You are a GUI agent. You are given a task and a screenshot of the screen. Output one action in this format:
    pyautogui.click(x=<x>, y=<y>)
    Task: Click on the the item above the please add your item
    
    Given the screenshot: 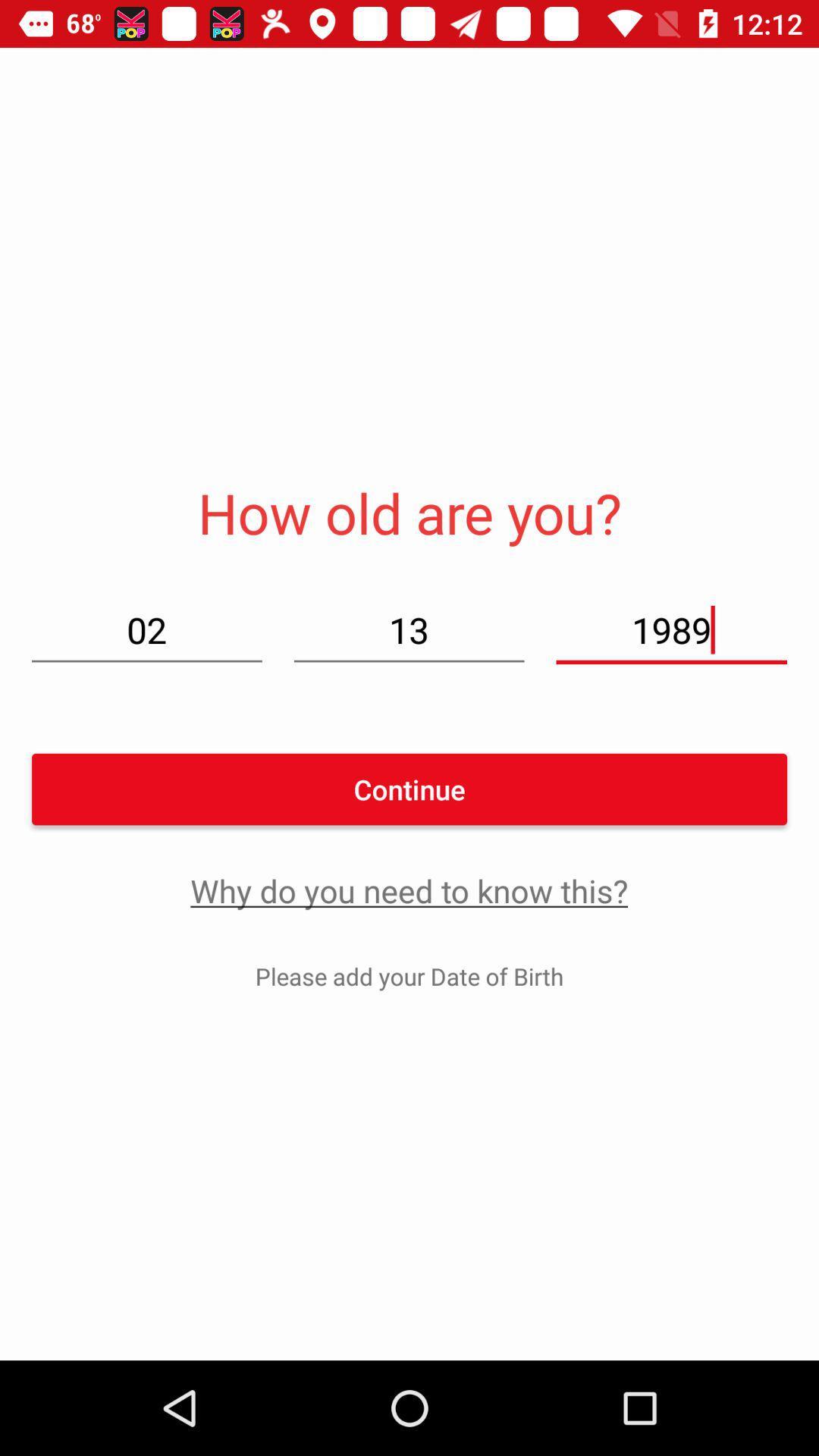 What is the action you would take?
    pyautogui.click(x=408, y=890)
    